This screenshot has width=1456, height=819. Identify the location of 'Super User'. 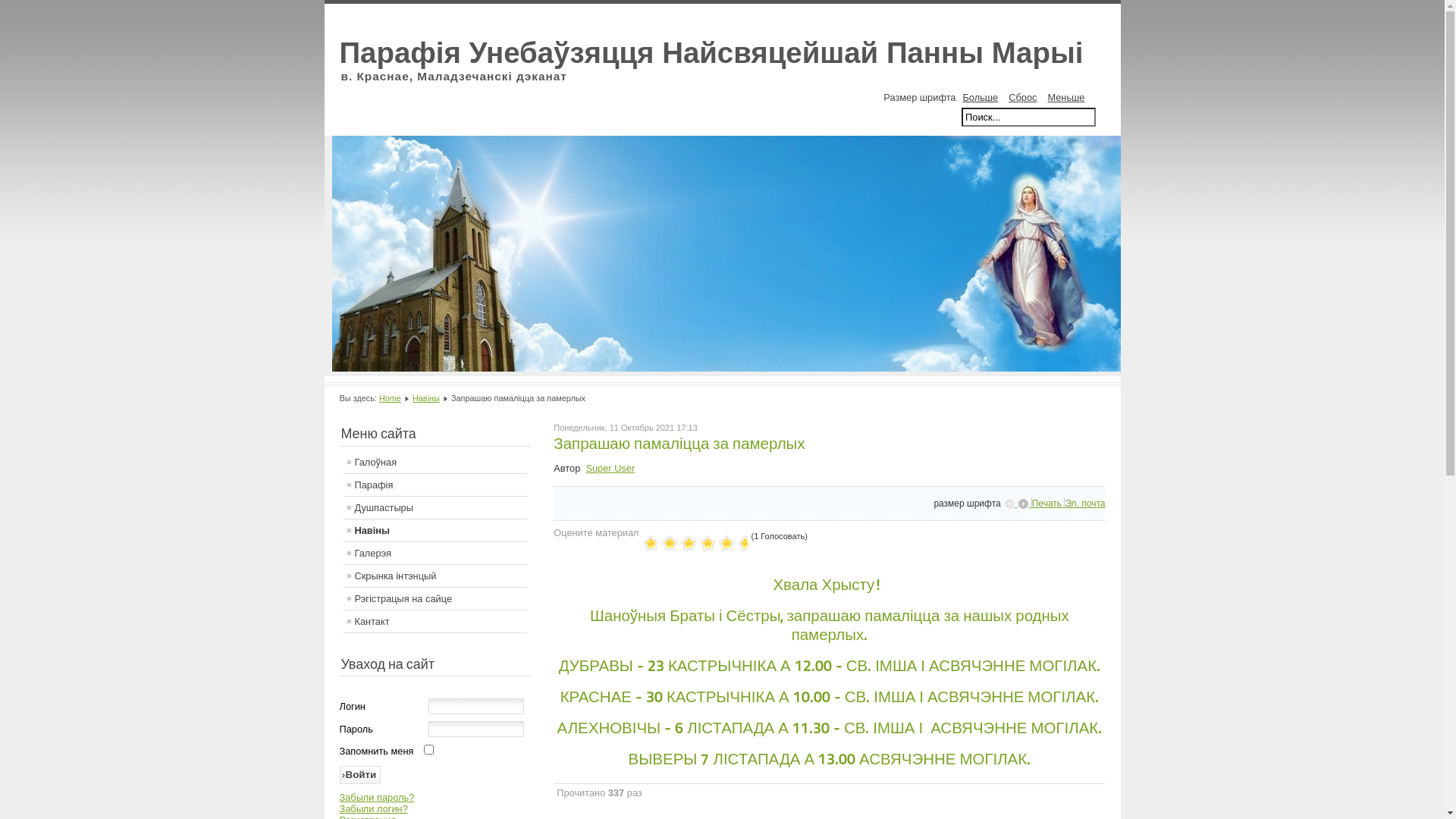
(610, 467).